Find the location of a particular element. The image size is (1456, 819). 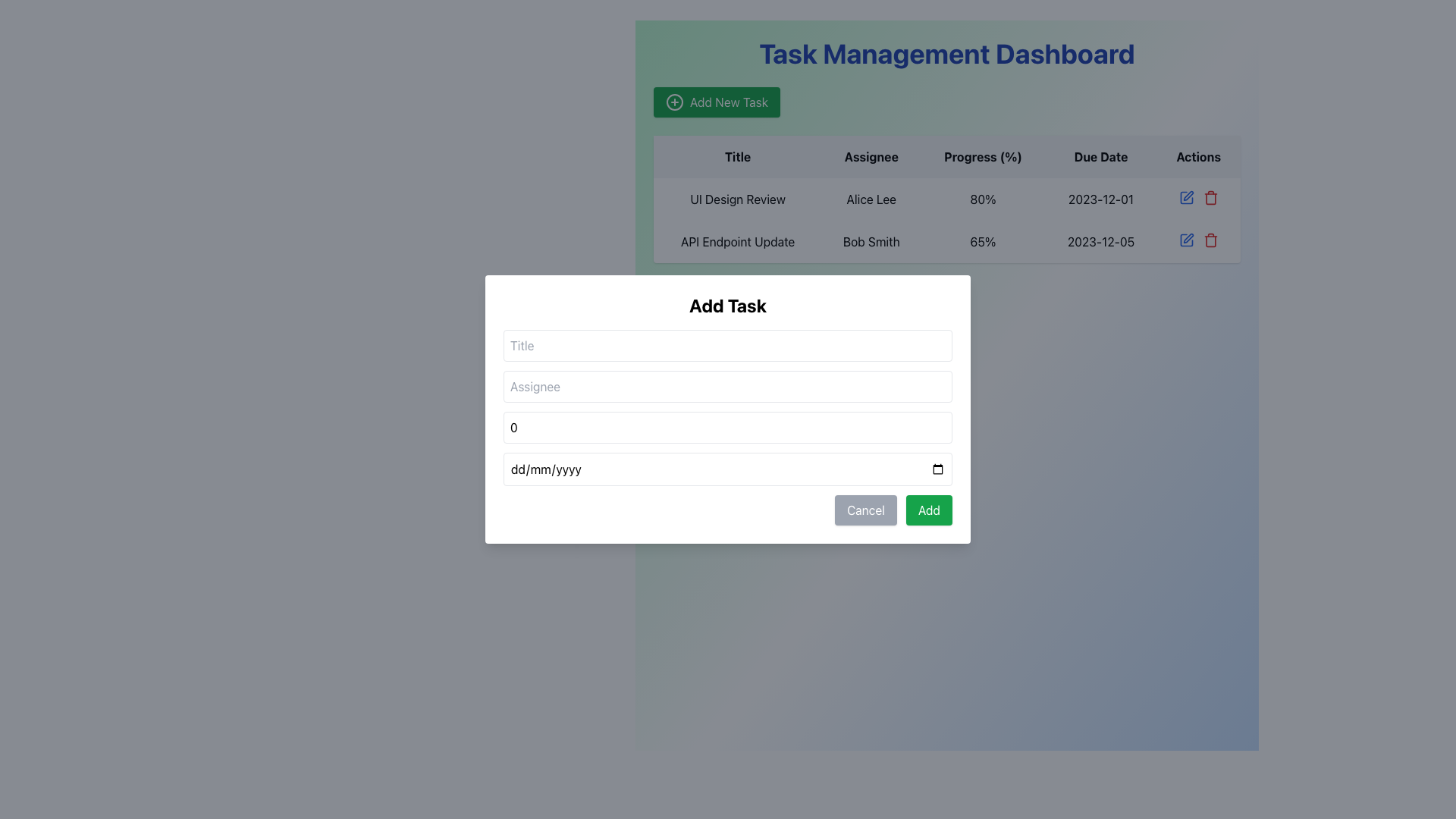

the action icon that resembles a square outline with a corner missing, located in the 'Actions' column of a table layout is located at coordinates (1185, 239).